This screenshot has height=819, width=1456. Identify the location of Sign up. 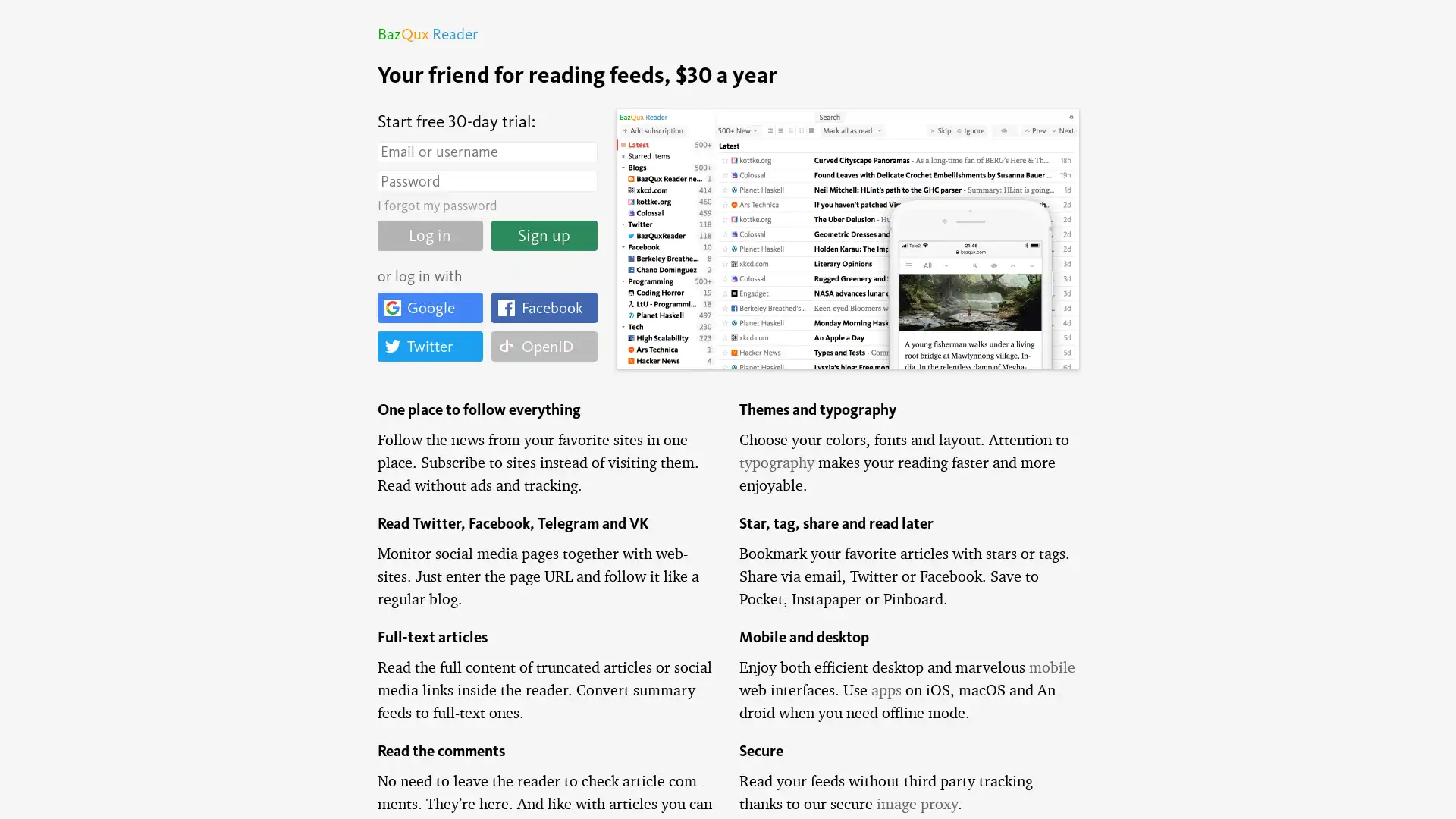
(544, 234).